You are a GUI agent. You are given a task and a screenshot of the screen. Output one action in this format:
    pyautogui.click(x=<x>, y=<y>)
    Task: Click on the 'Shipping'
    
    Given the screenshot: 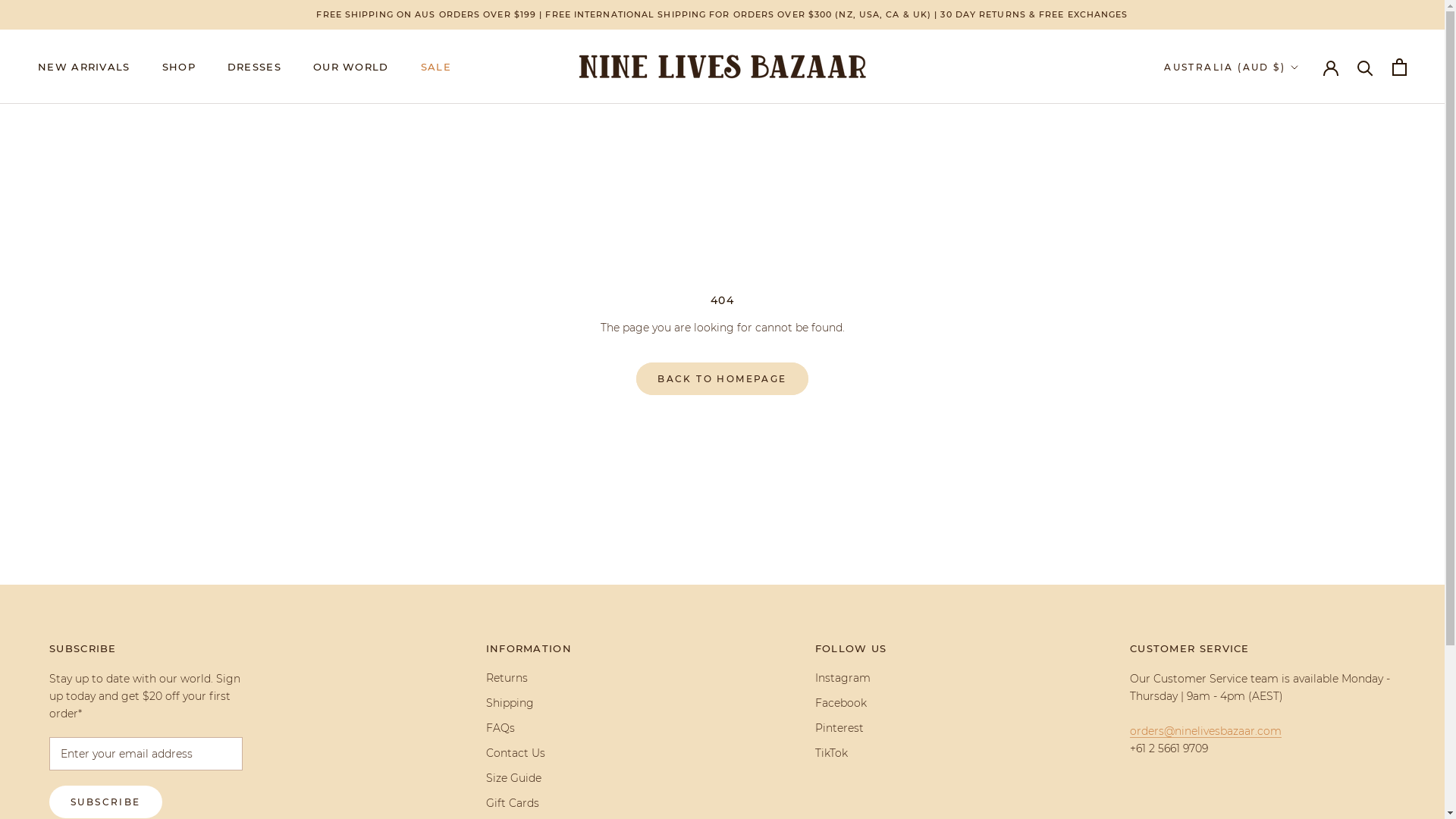 What is the action you would take?
    pyautogui.click(x=529, y=703)
    